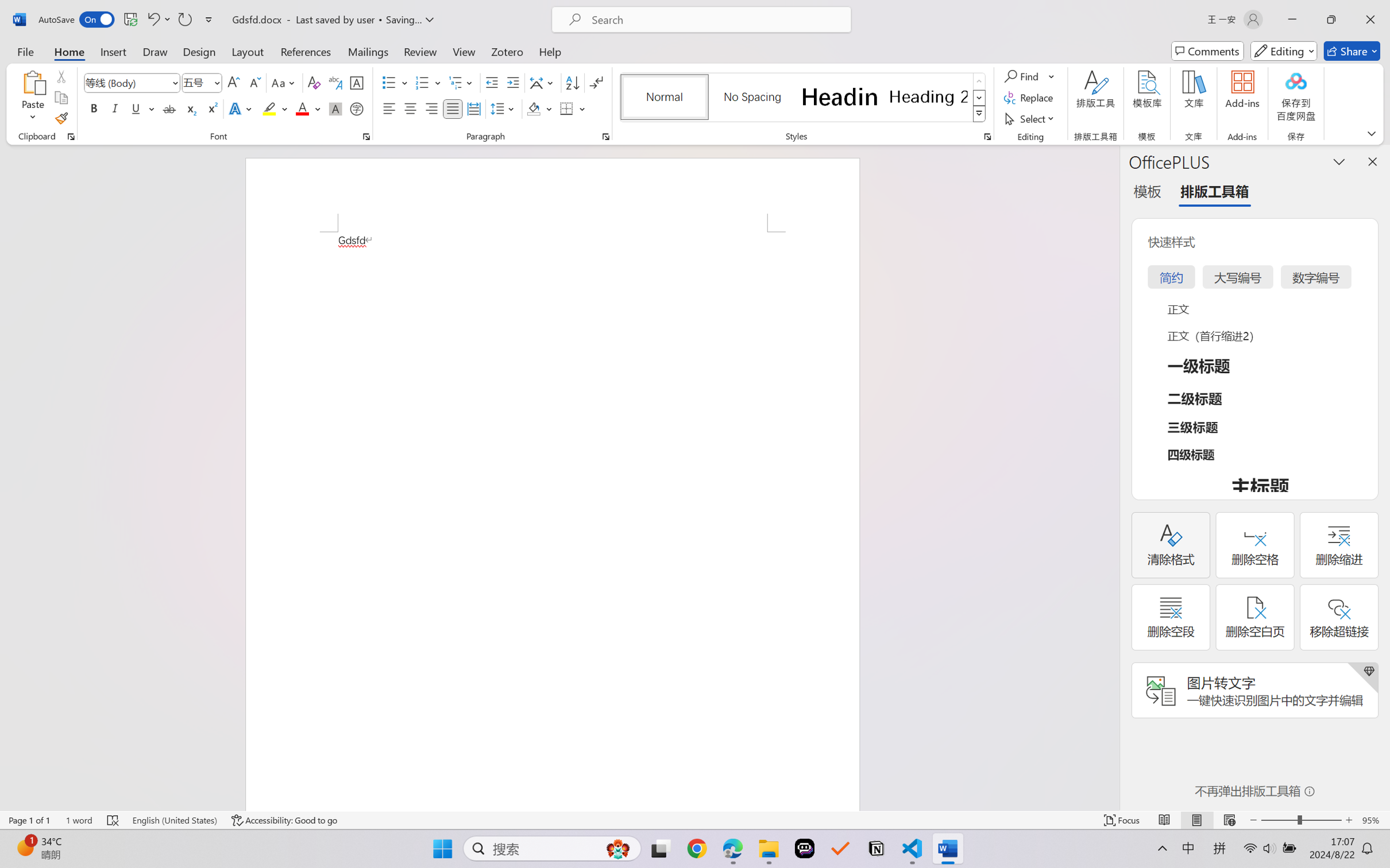 Image resolution: width=1390 pixels, height=868 pixels. What do you see at coordinates (1112, 477) in the screenshot?
I see `'Class: NetUIScrollBar'` at bounding box center [1112, 477].